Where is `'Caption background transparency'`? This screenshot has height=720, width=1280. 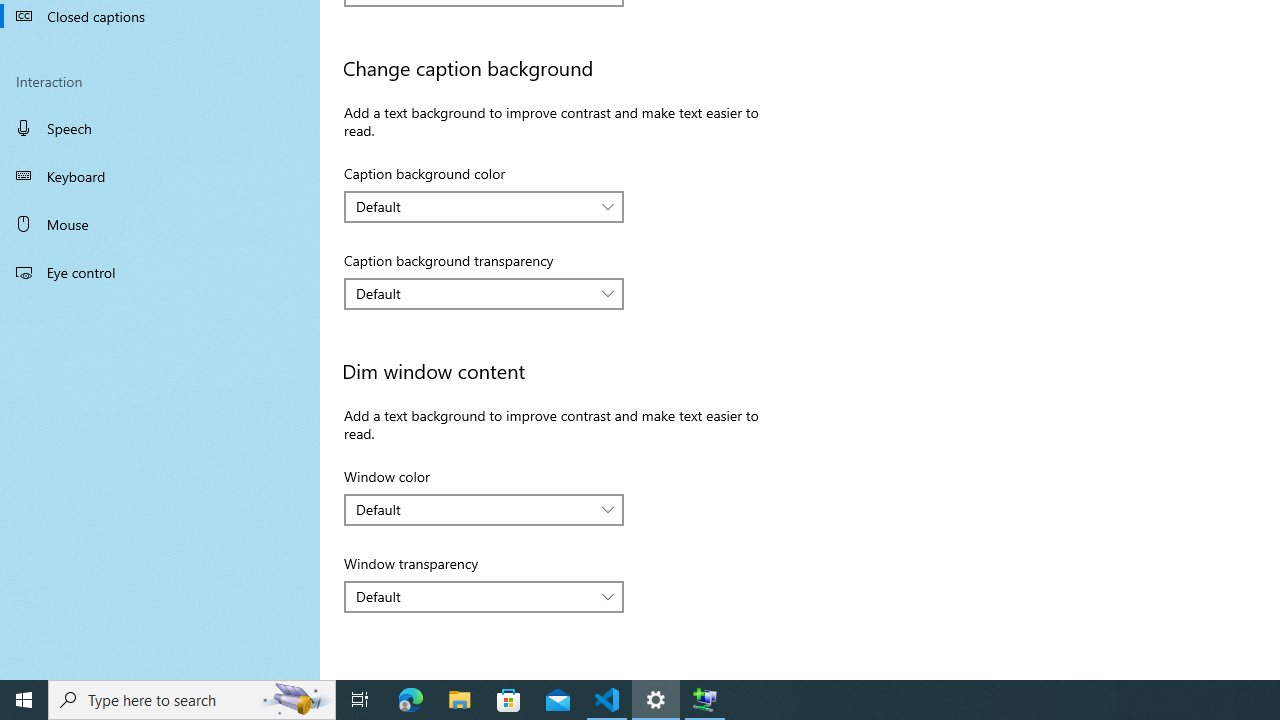 'Caption background transparency' is located at coordinates (484, 294).